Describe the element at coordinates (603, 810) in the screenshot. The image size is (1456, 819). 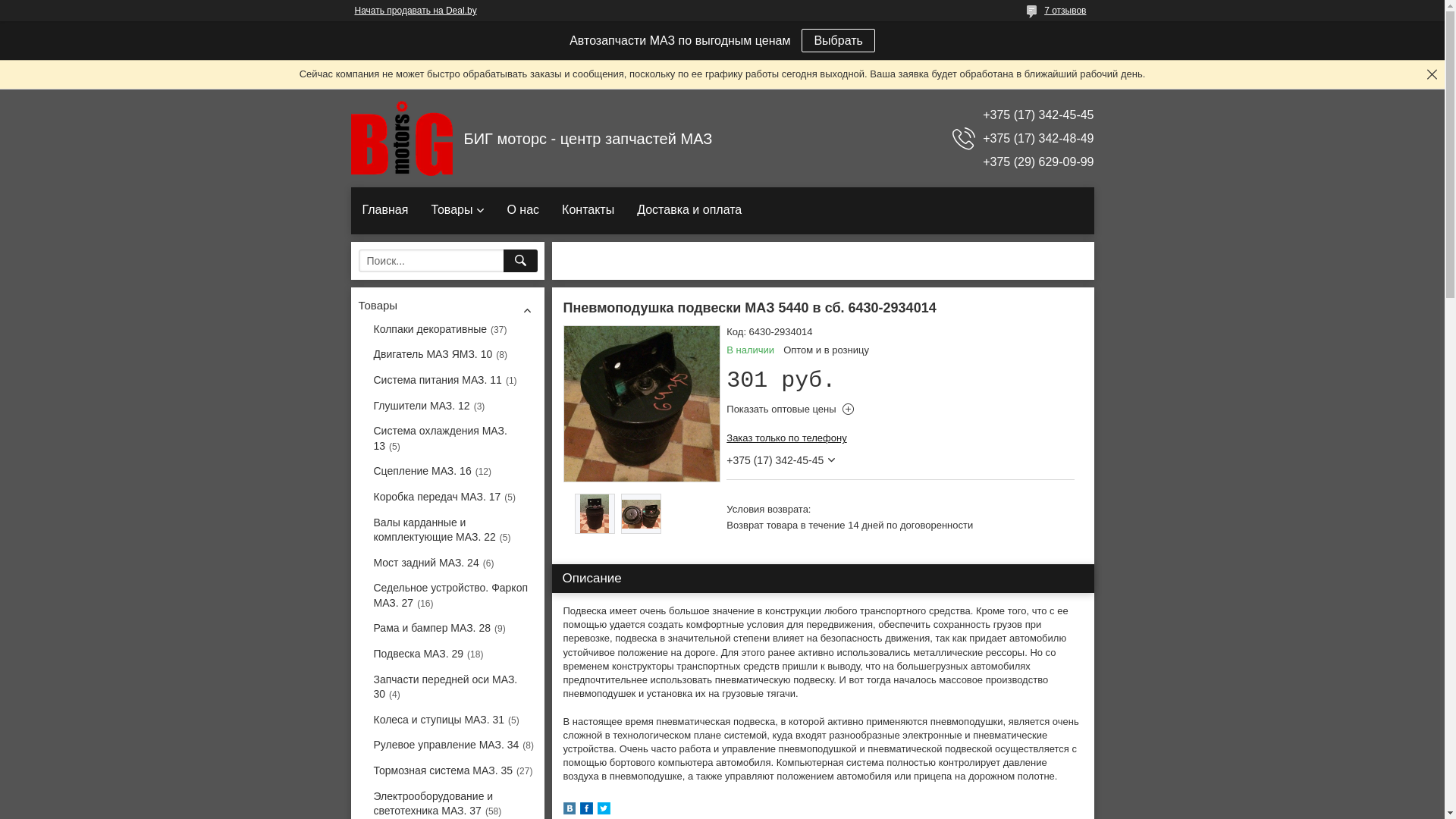
I see `'twitter'` at that location.